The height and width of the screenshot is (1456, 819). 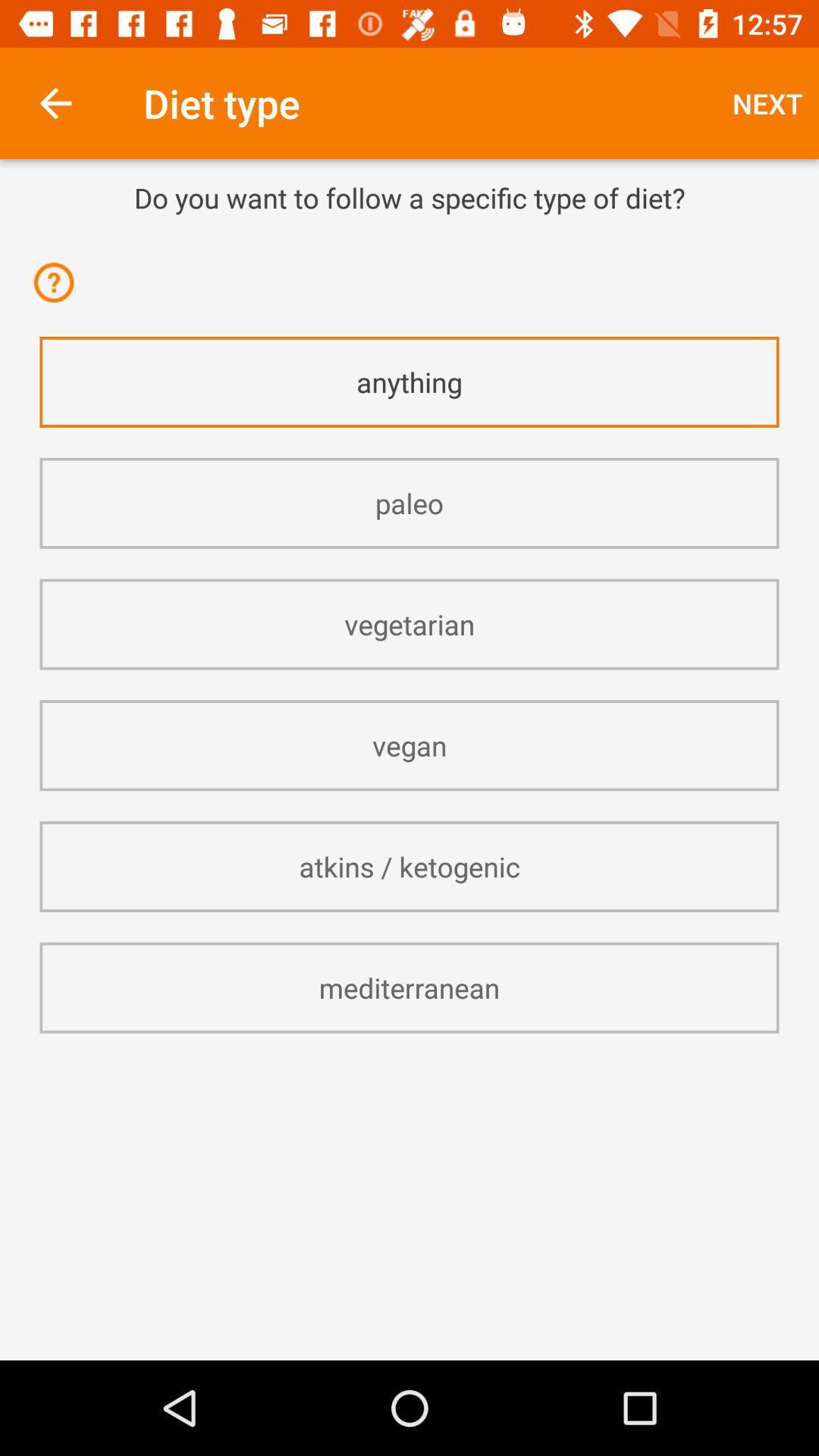 I want to click on icon to the right of diet type, so click(x=767, y=102).